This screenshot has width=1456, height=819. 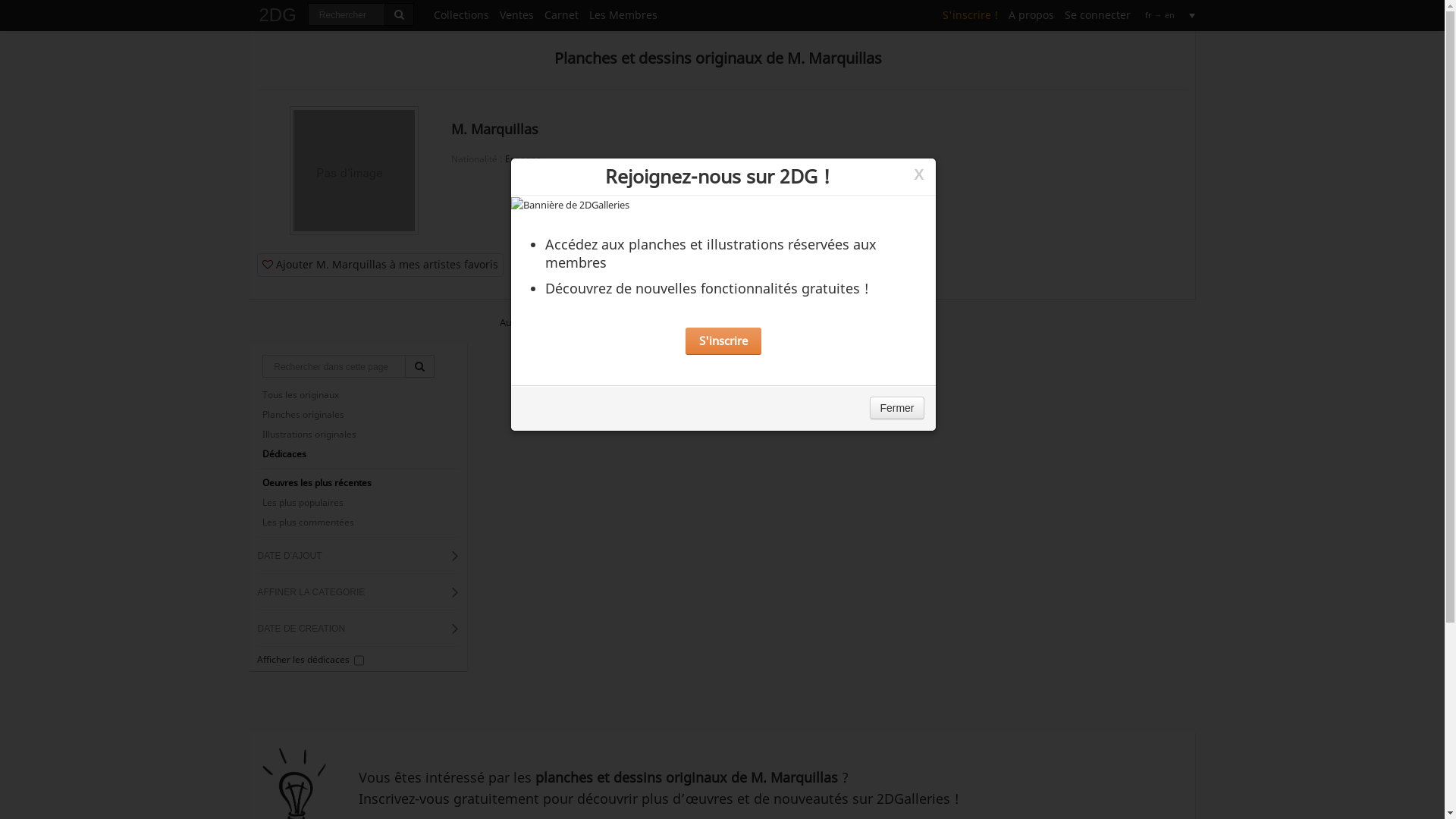 What do you see at coordinates (969, 14) in the screenshot?
I see `'S'inscrire !'` at bounding box center [969, 14].